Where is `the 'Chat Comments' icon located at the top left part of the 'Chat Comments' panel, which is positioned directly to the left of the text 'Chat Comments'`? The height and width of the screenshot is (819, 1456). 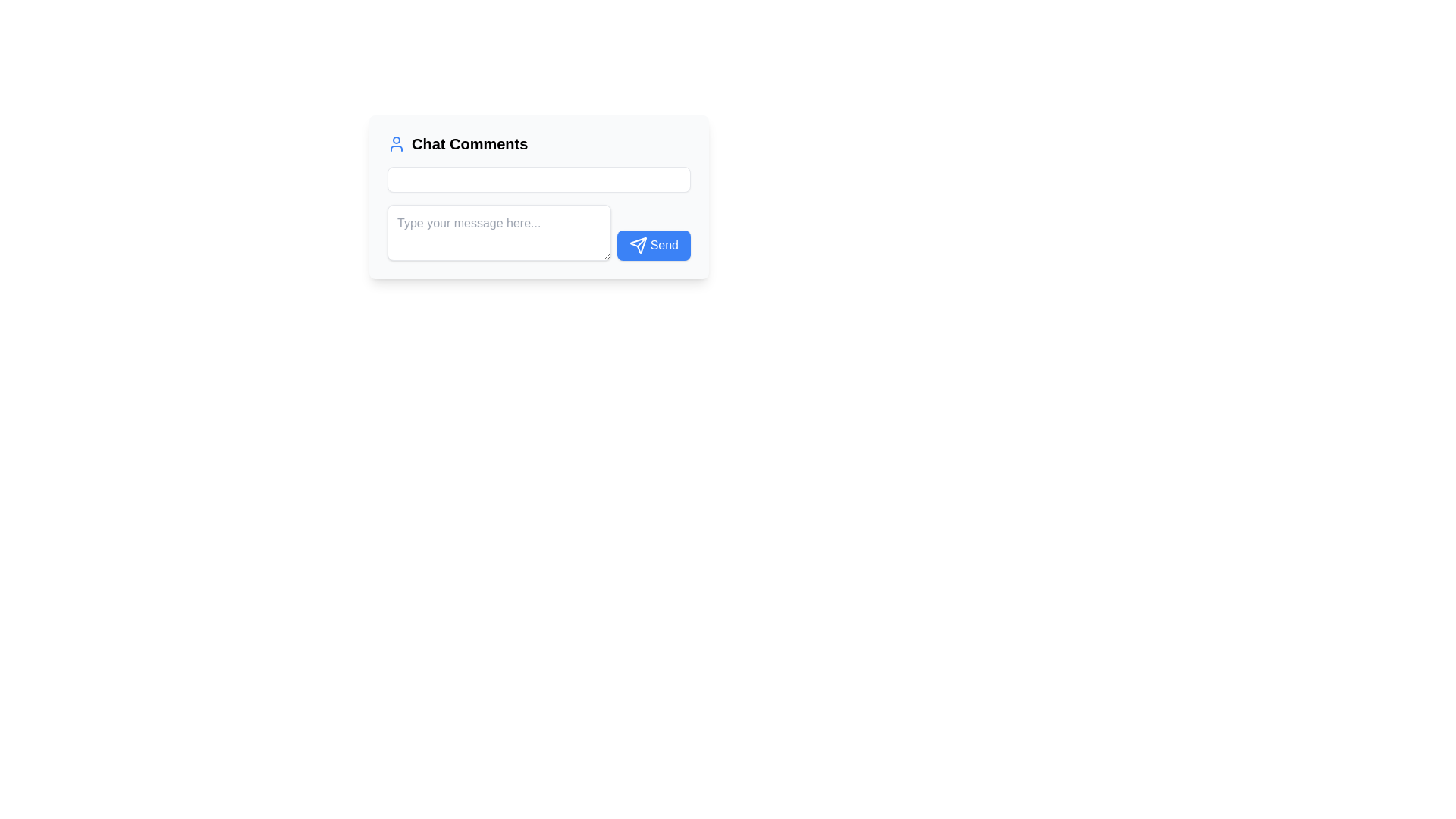
the 'Chat Comments' icon located at the top left part of the 'Chat Comments' panel, which is positioned directly to the left of the text 'Chat Comments' is located at coordinates (397, 143).